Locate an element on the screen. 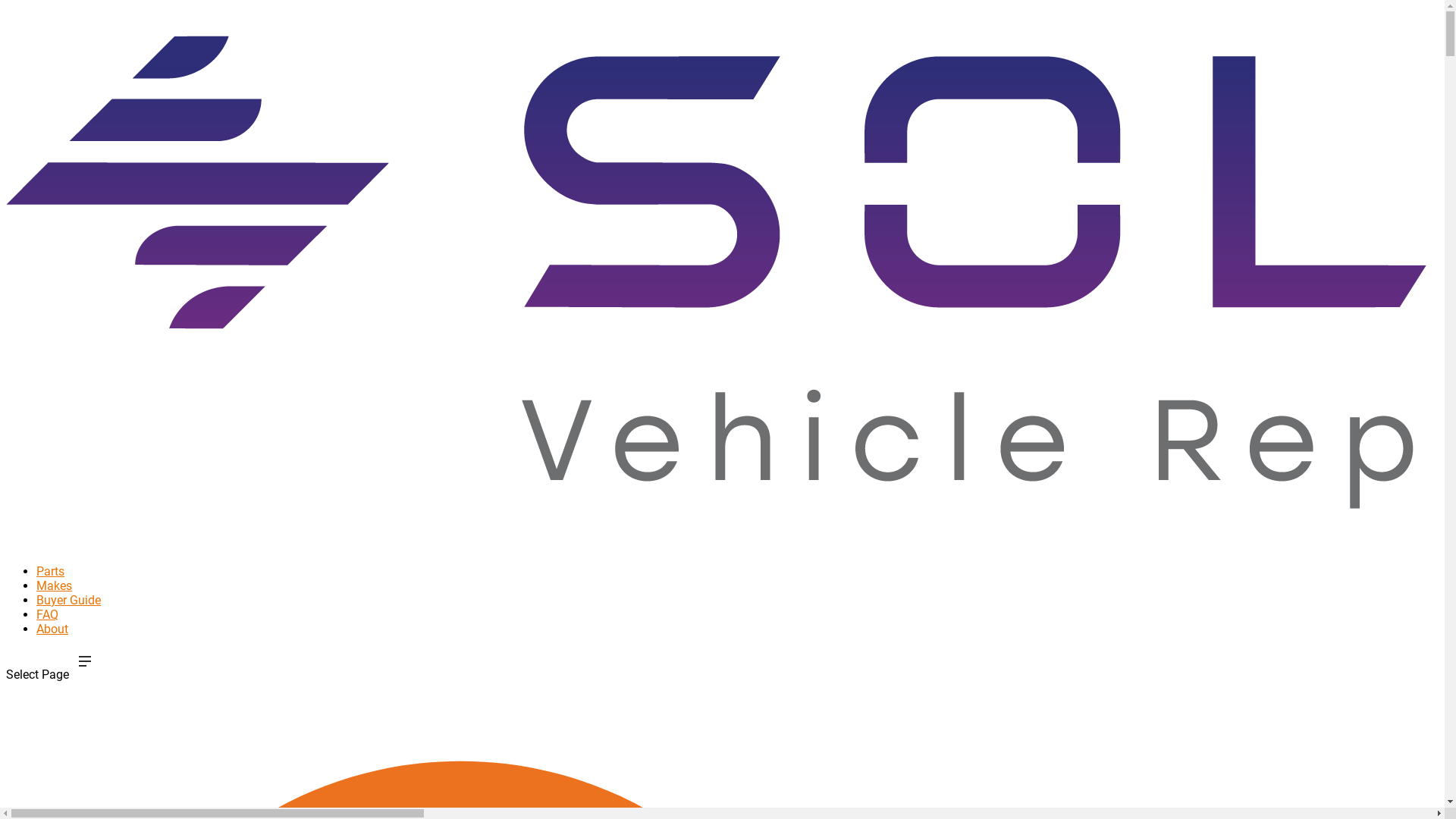 The image size is (1456, 819). 'Makes' is located at coordinates (54, 604).